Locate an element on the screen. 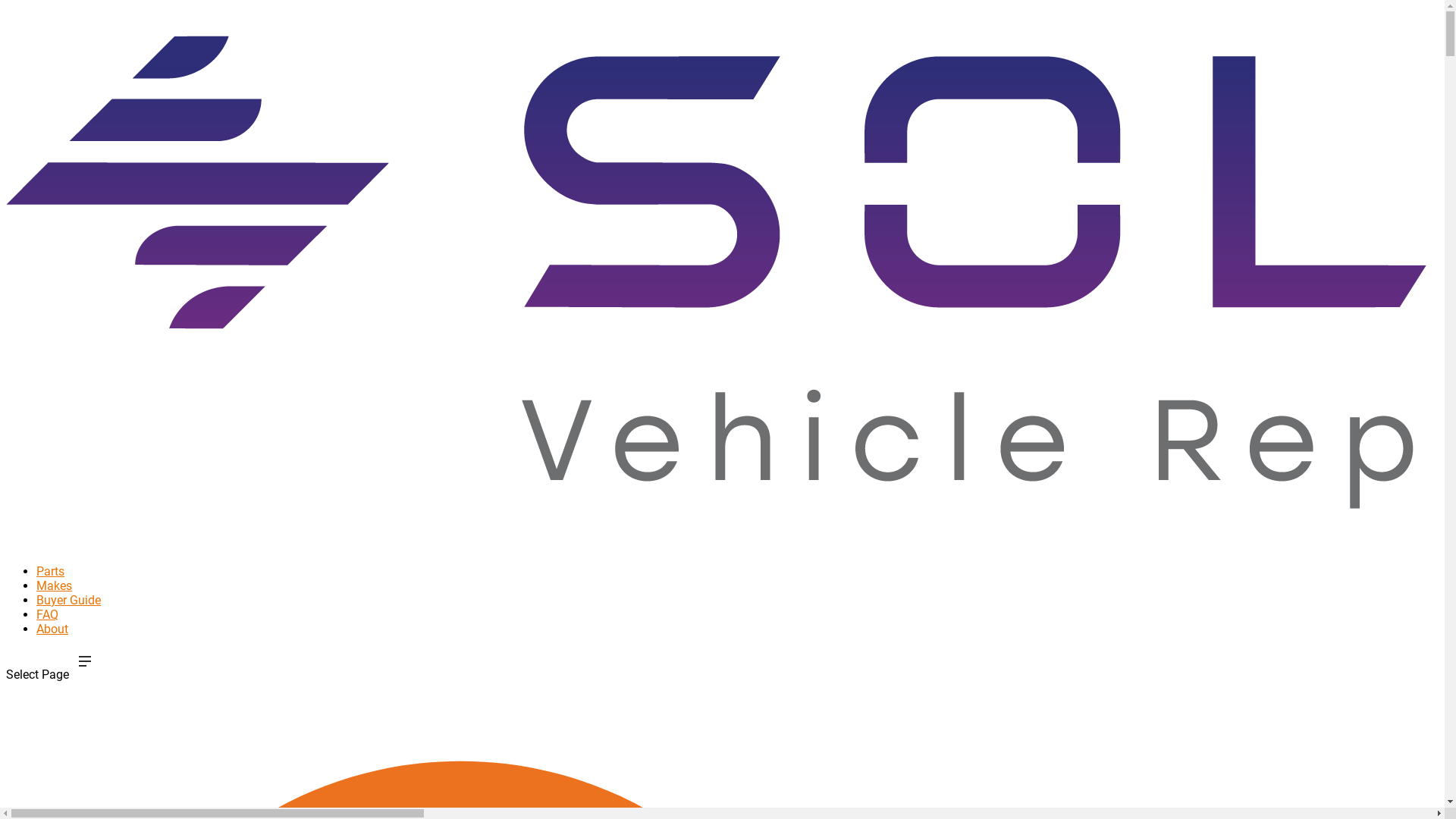 The image size is (1456, 819). 'Makes' is located at coordinates (54, 604).